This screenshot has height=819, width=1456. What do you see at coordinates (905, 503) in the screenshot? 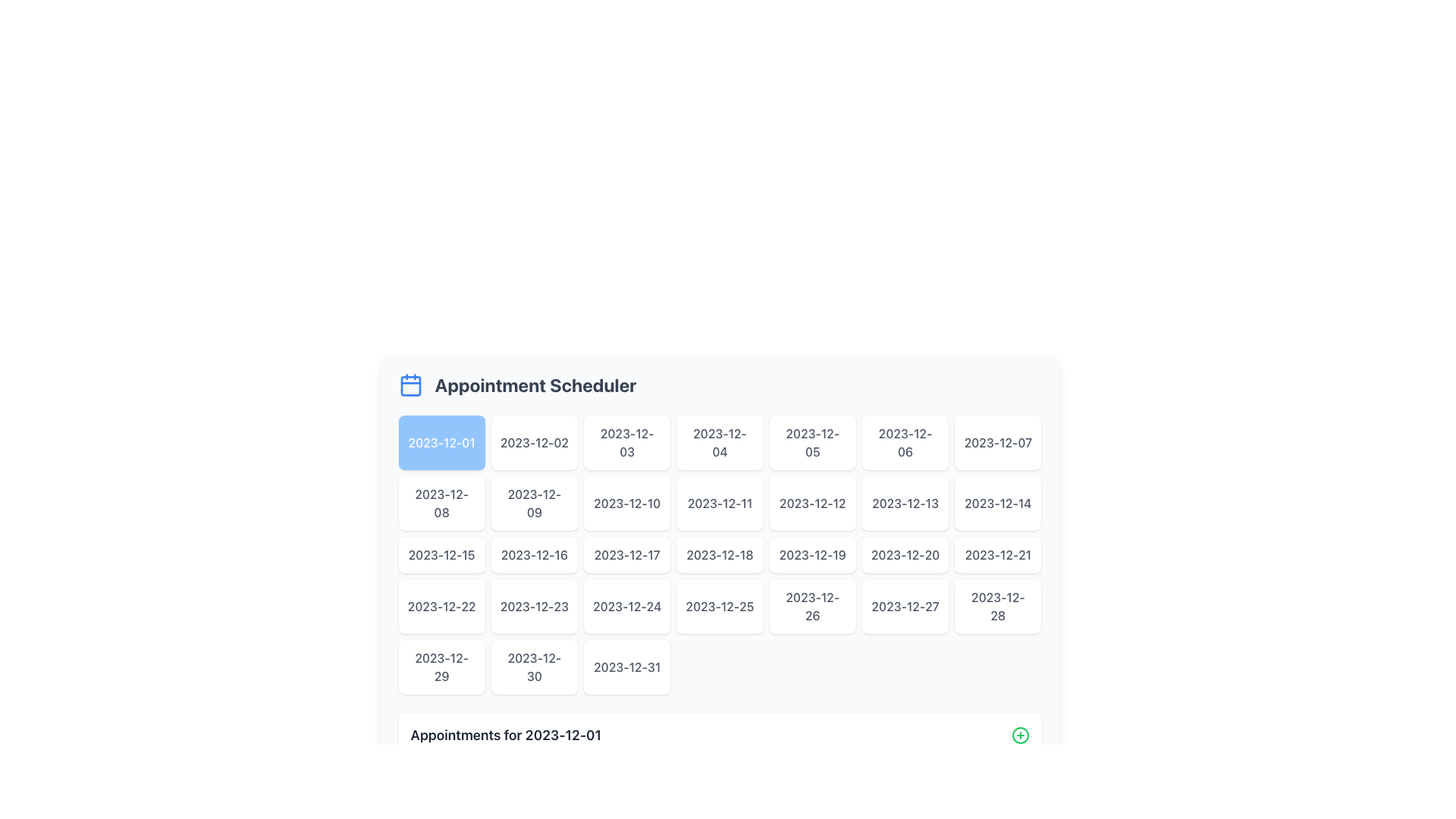
I see `the button displaying '2023-12-13'` at bounding box center [905, 503].